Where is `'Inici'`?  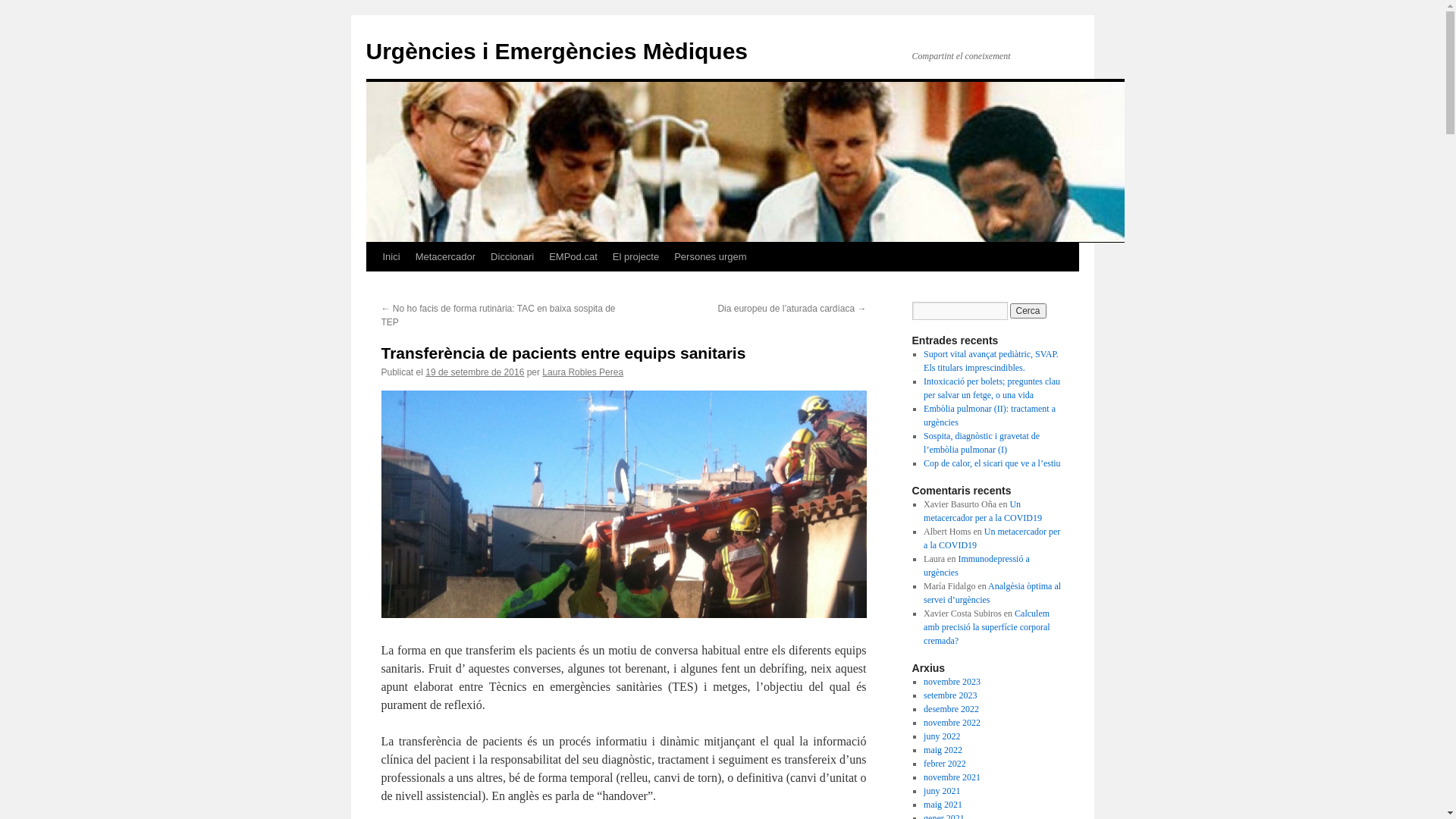 'Inici' is located at coordinates (391, 256).